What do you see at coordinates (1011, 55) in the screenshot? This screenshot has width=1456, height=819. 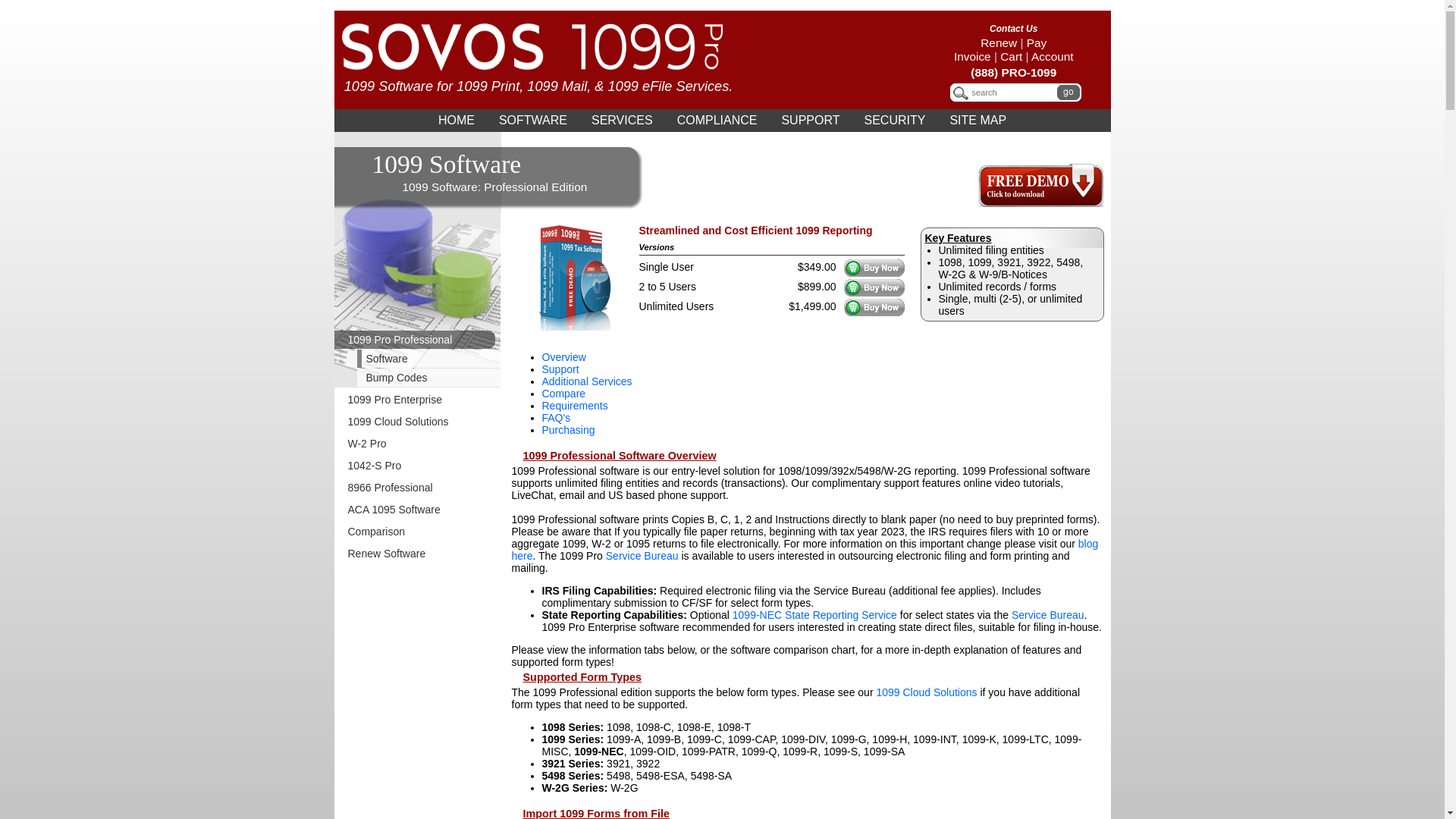 I see `'Cart'` at bounding box center [1011, 55].